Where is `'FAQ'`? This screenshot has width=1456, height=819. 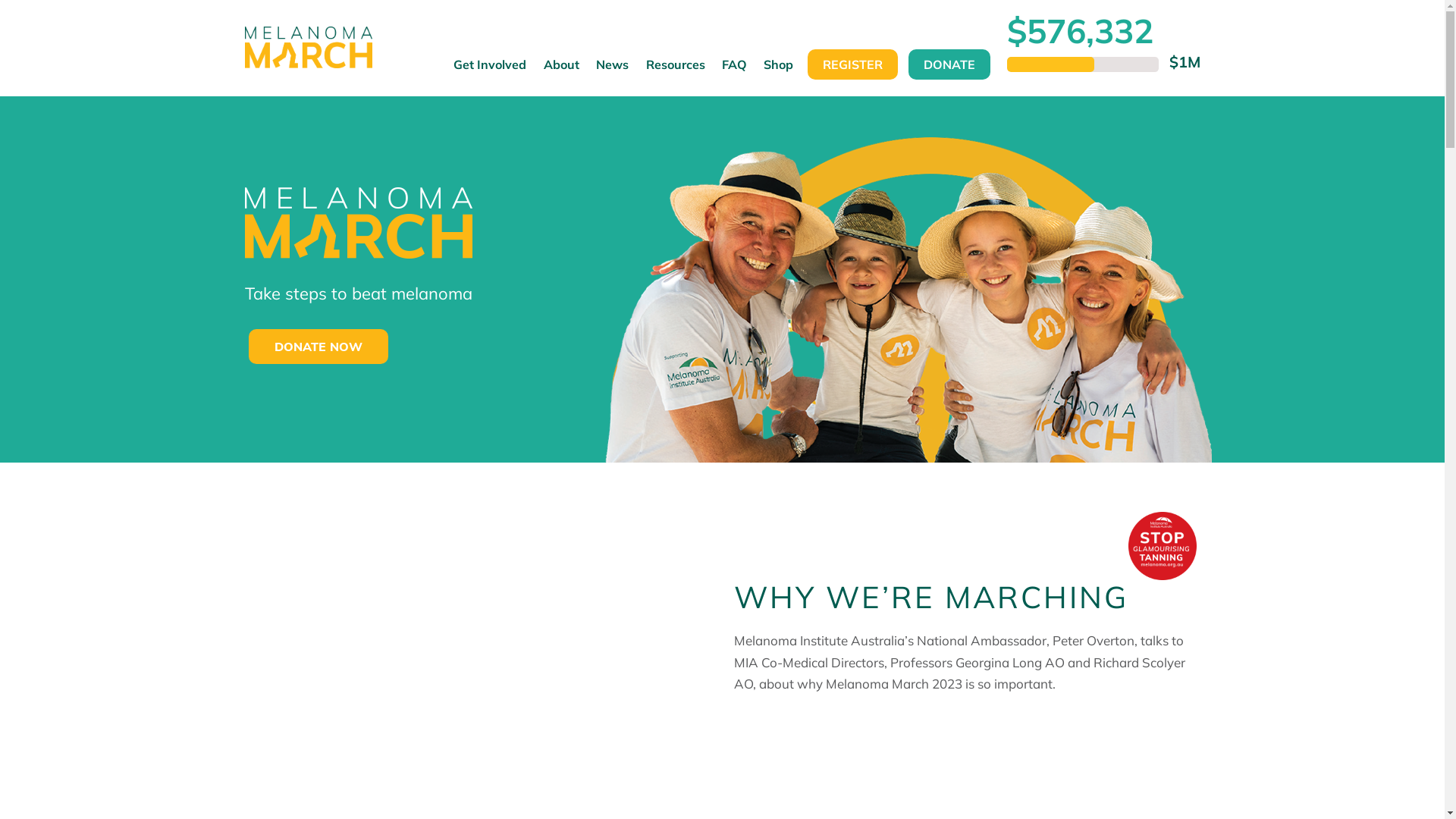
'FAQ' is located at coordinates (712, 71).